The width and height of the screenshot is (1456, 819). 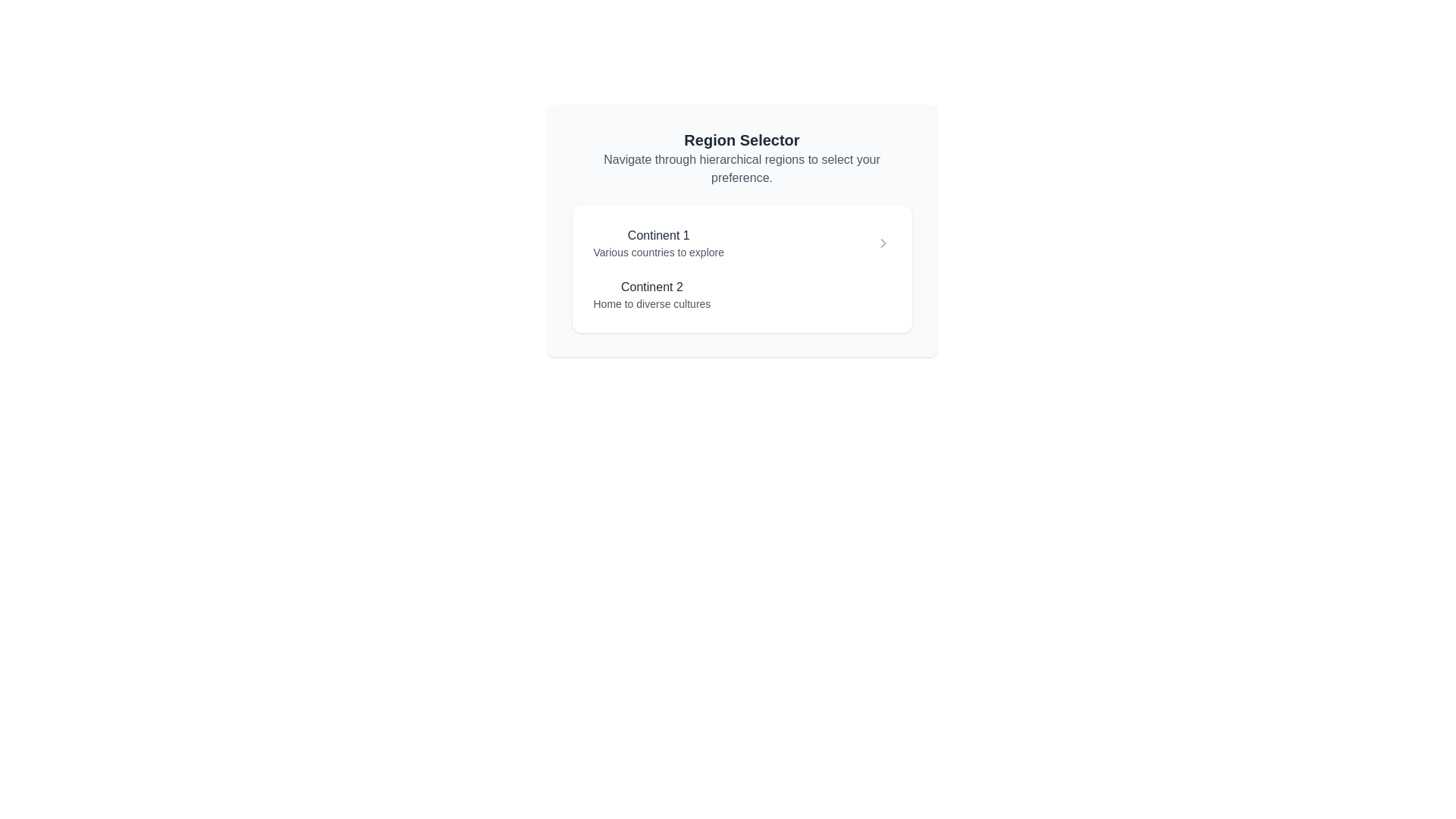 What do you see at coordinates (651, 304) in the screenshot?
I see `static text label providing descriptive information about 'Continent 2', which is located directly below the text 'Continent 2' in the hierarchical region selection interface` at bounding box center [651, 304].